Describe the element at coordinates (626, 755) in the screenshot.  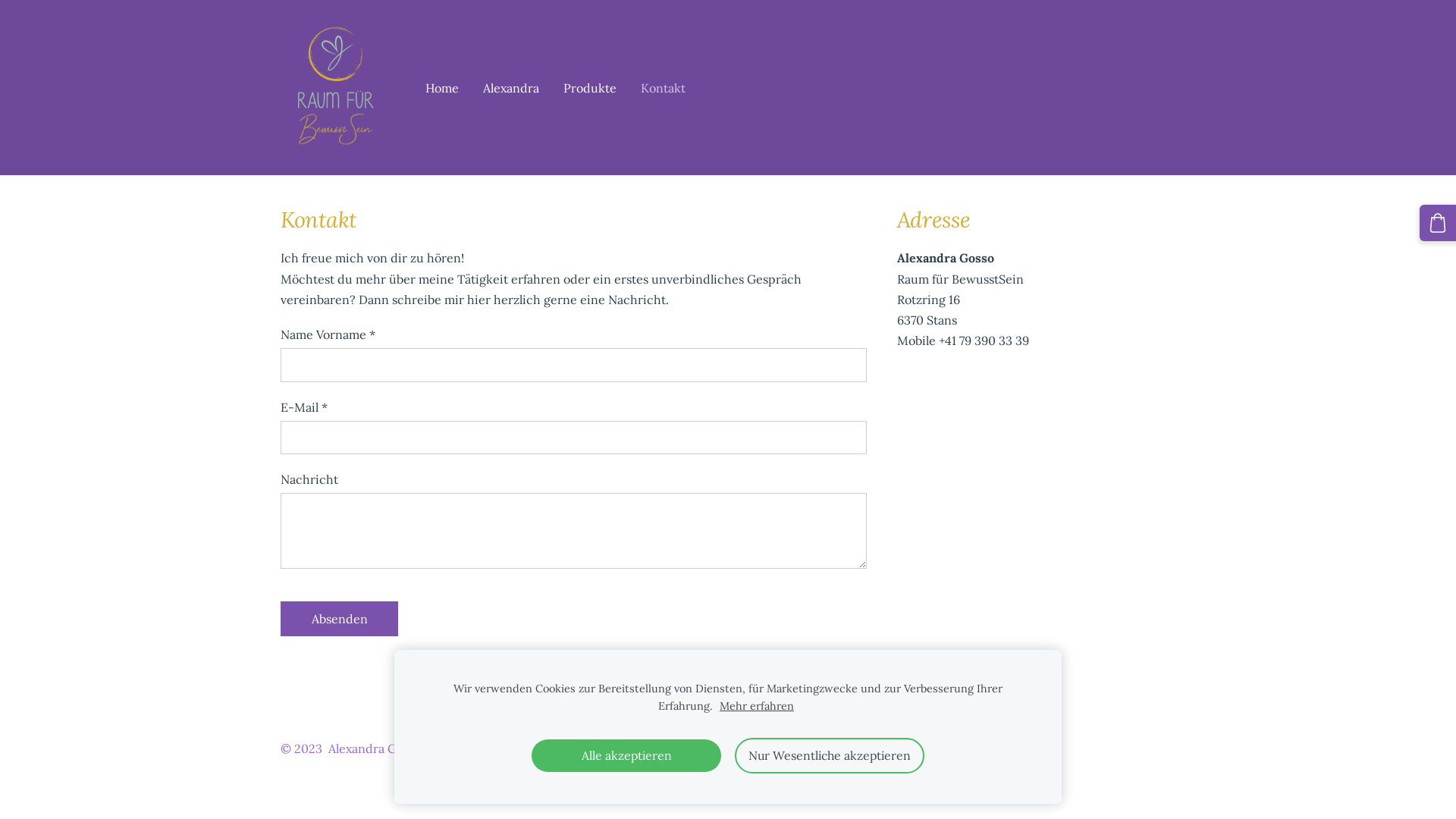
I see `'Alle akzeptieren'` at that location.